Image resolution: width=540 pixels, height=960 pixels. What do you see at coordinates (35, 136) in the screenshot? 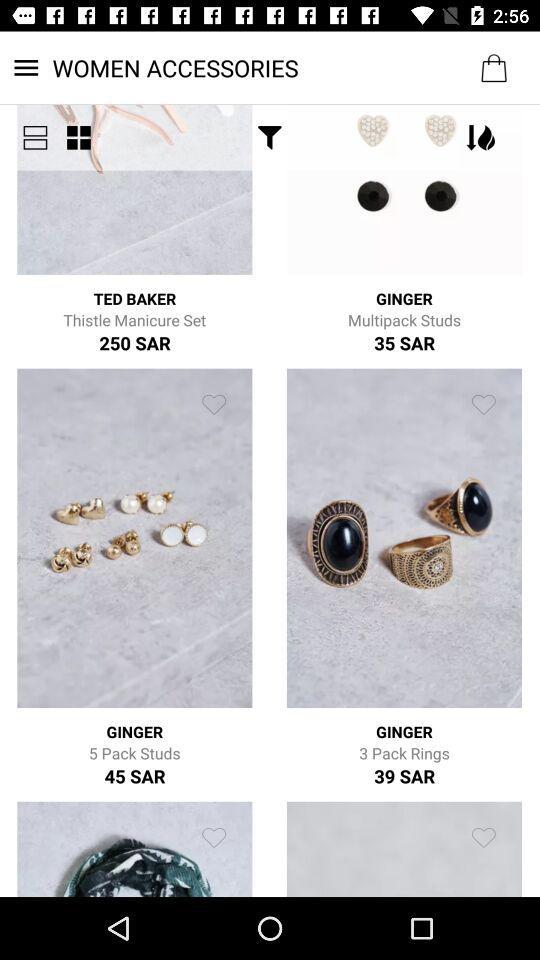
I see `the menu icon` at bounding box center [35, 136].